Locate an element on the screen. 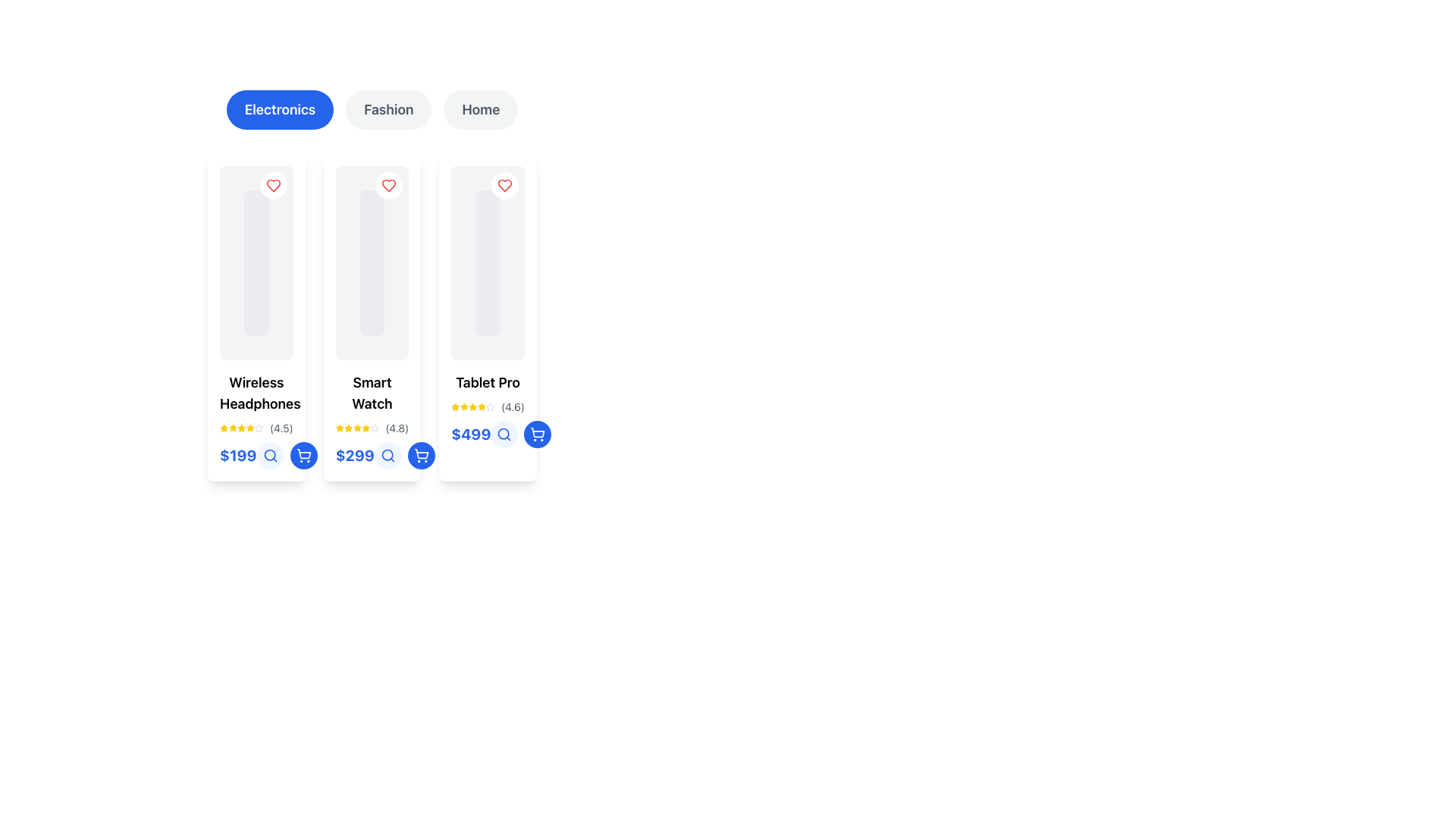 The height and width of the screenshot is (819, 1456). the gray rounded background block at the top-center of the product card displaying 'Wireless Headphones' is located at coordinates (256, 262).